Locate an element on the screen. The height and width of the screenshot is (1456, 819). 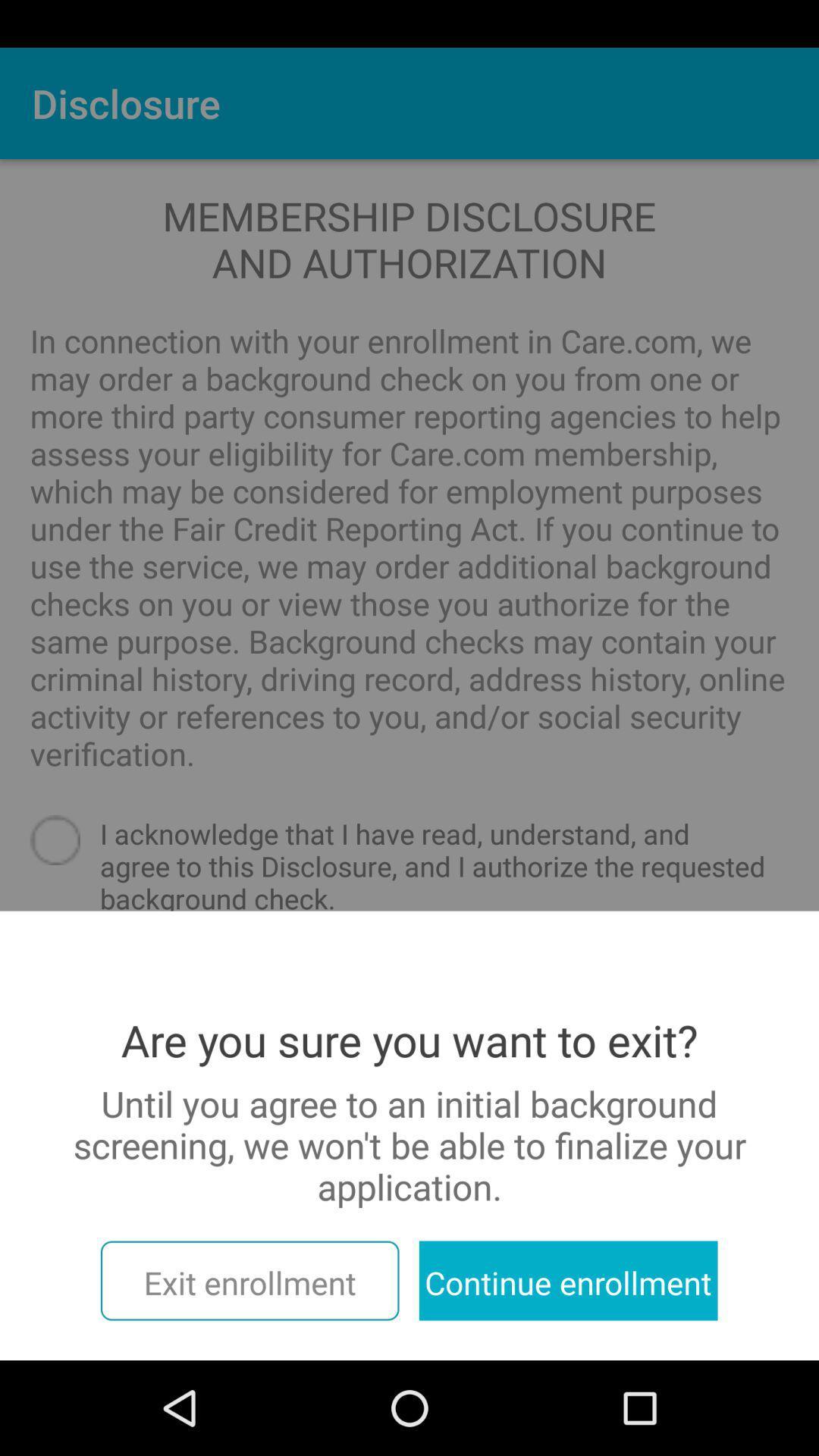
the icon to the left of continue enrollment item is located at coordinates (249, 1280).